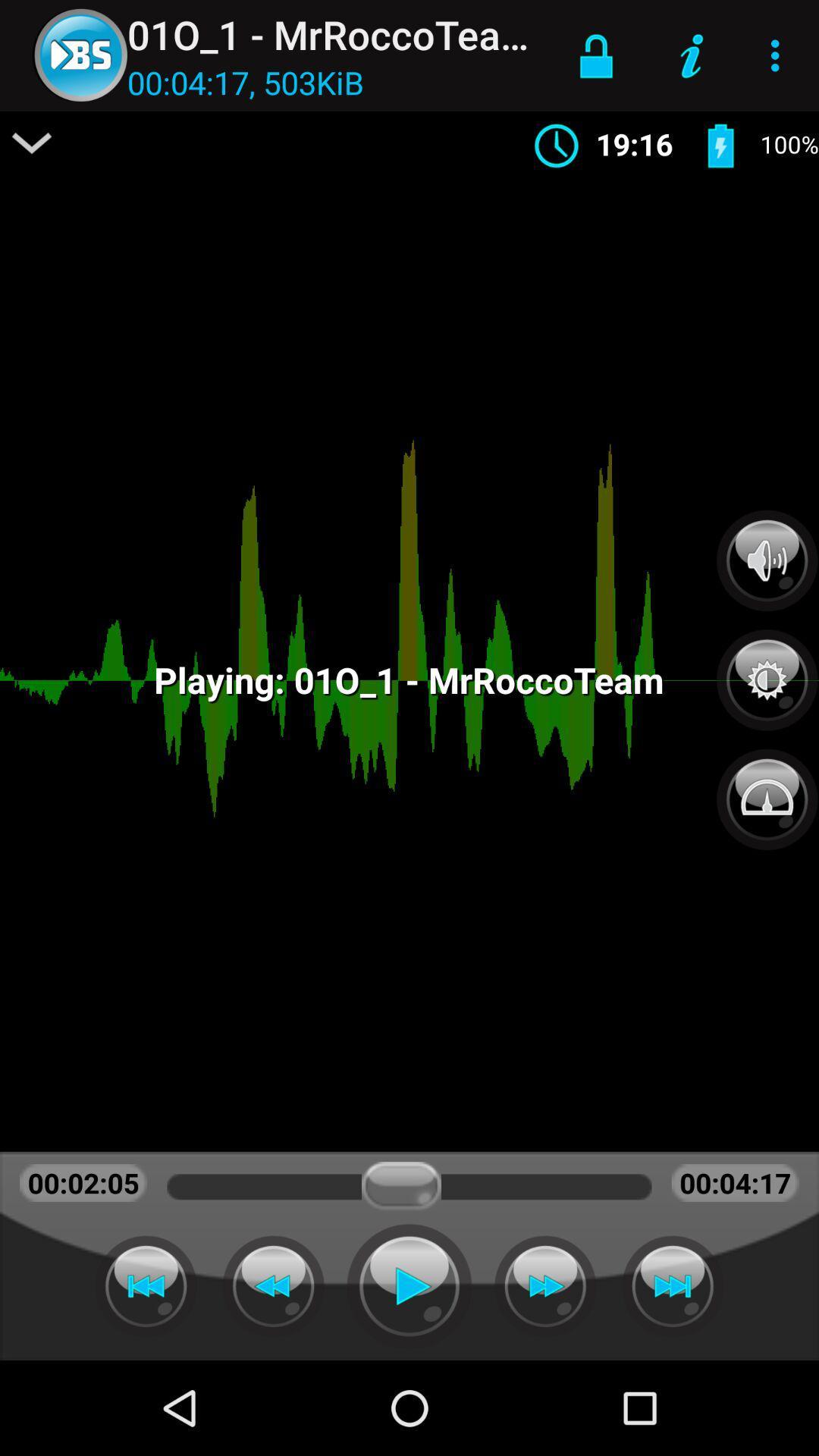  Describe the element at coordinates (32, 143) in the screenshot. I see `show drop-down menu` at that location.